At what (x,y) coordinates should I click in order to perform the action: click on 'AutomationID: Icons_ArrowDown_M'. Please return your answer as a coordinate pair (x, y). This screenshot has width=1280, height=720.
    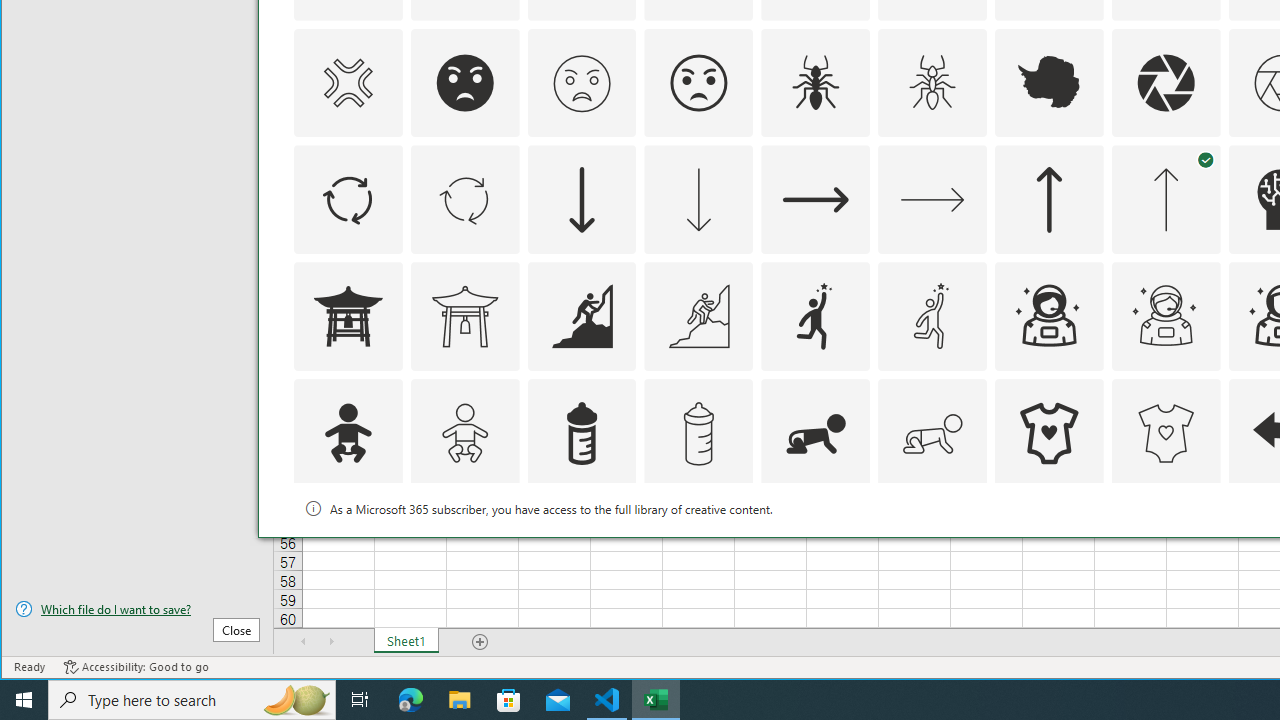
    Looking at the image, I should click on (698, 200).